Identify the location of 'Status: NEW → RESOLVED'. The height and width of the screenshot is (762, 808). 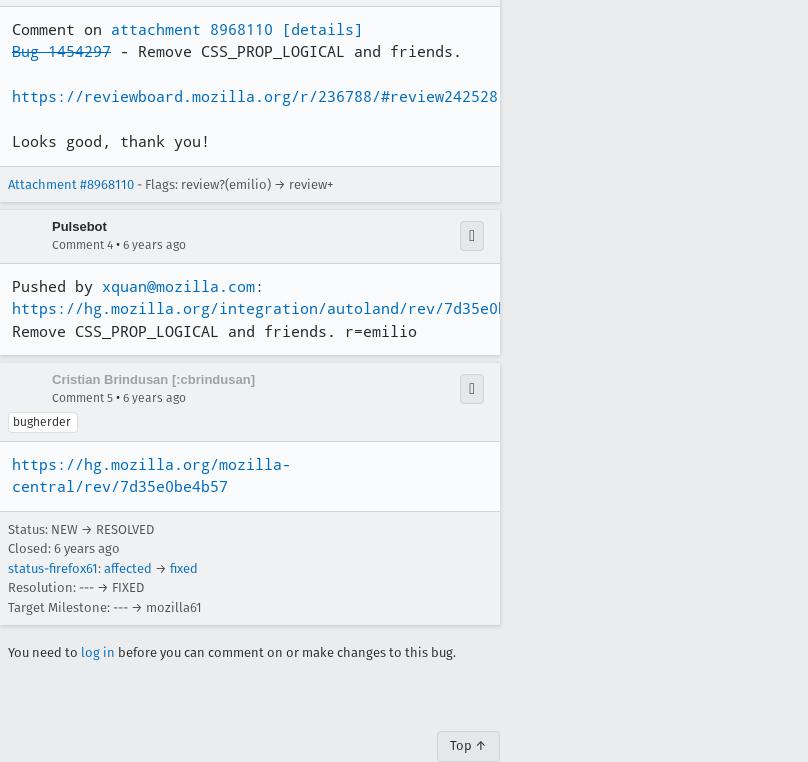
(80, 527).